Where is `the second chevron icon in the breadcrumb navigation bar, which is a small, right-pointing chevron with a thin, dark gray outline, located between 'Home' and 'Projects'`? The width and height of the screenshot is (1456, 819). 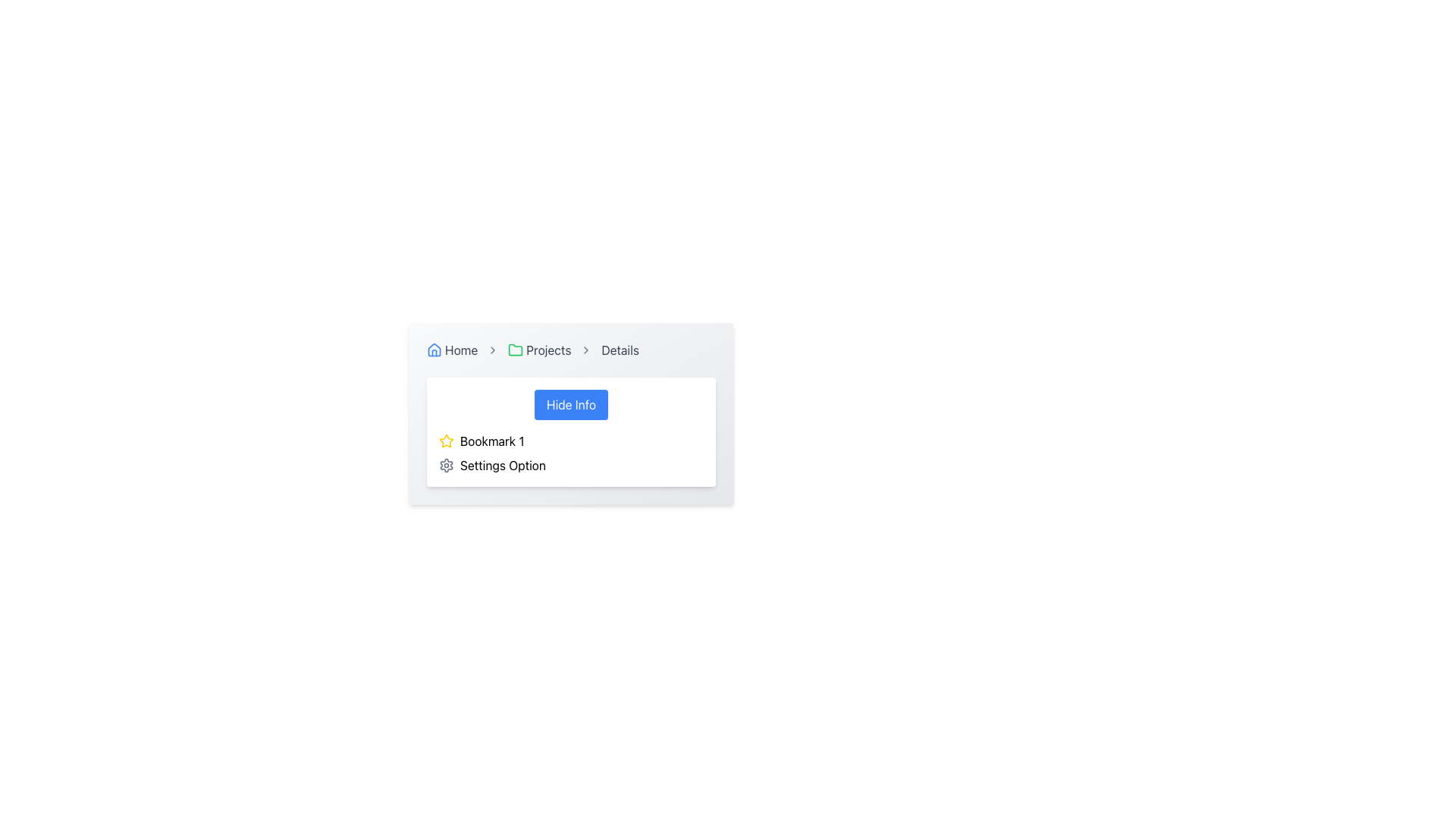 the second chevron icon in the breadcrumb navigation bar, which is a small, right-pointing chevron with a thin, dark gray outline, located between 'Home' and 'Projects' is located at coordinates (493, 350).